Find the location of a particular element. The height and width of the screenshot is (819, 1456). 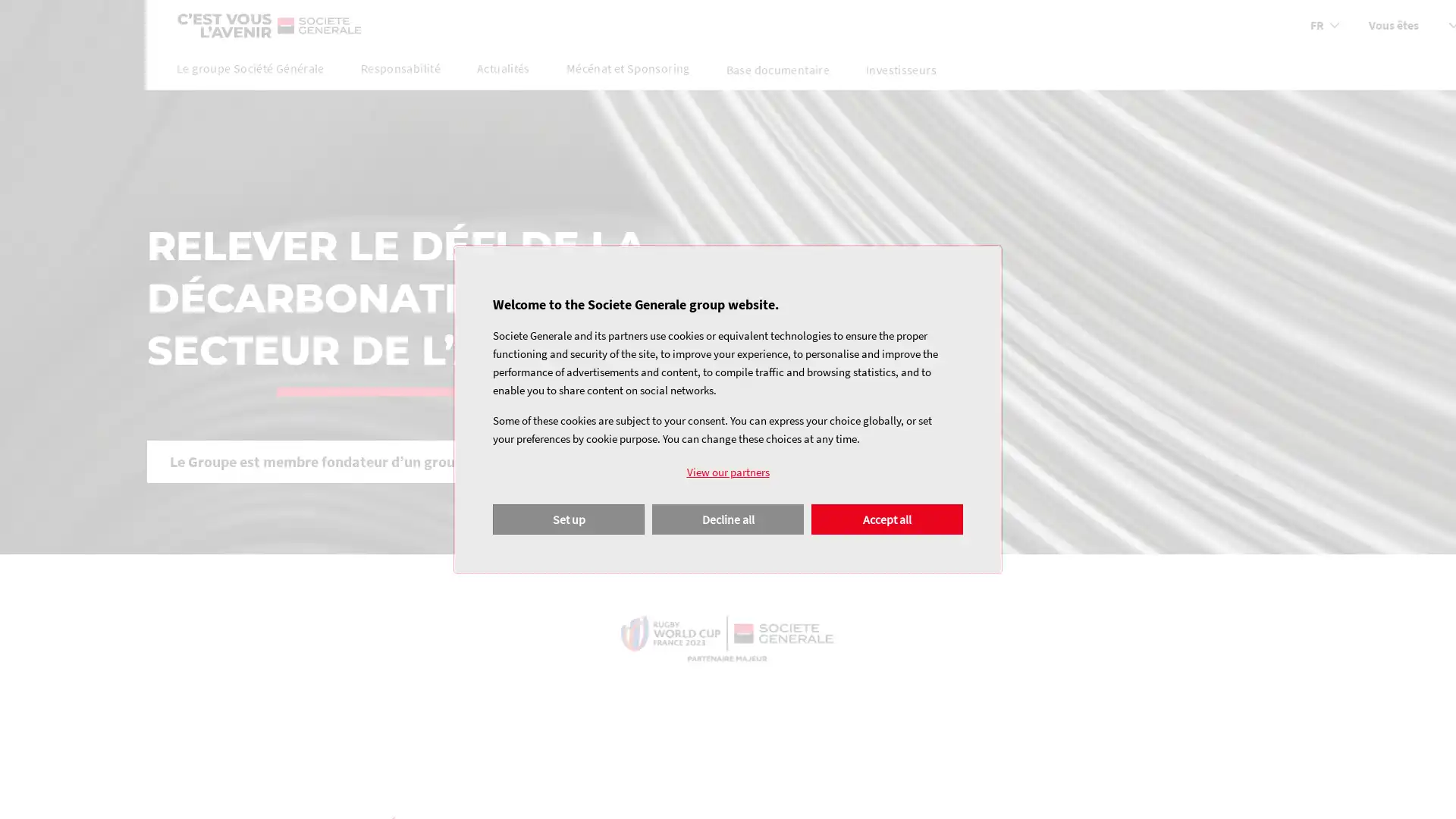

Vous etes is located at coordinates (1122, 85).